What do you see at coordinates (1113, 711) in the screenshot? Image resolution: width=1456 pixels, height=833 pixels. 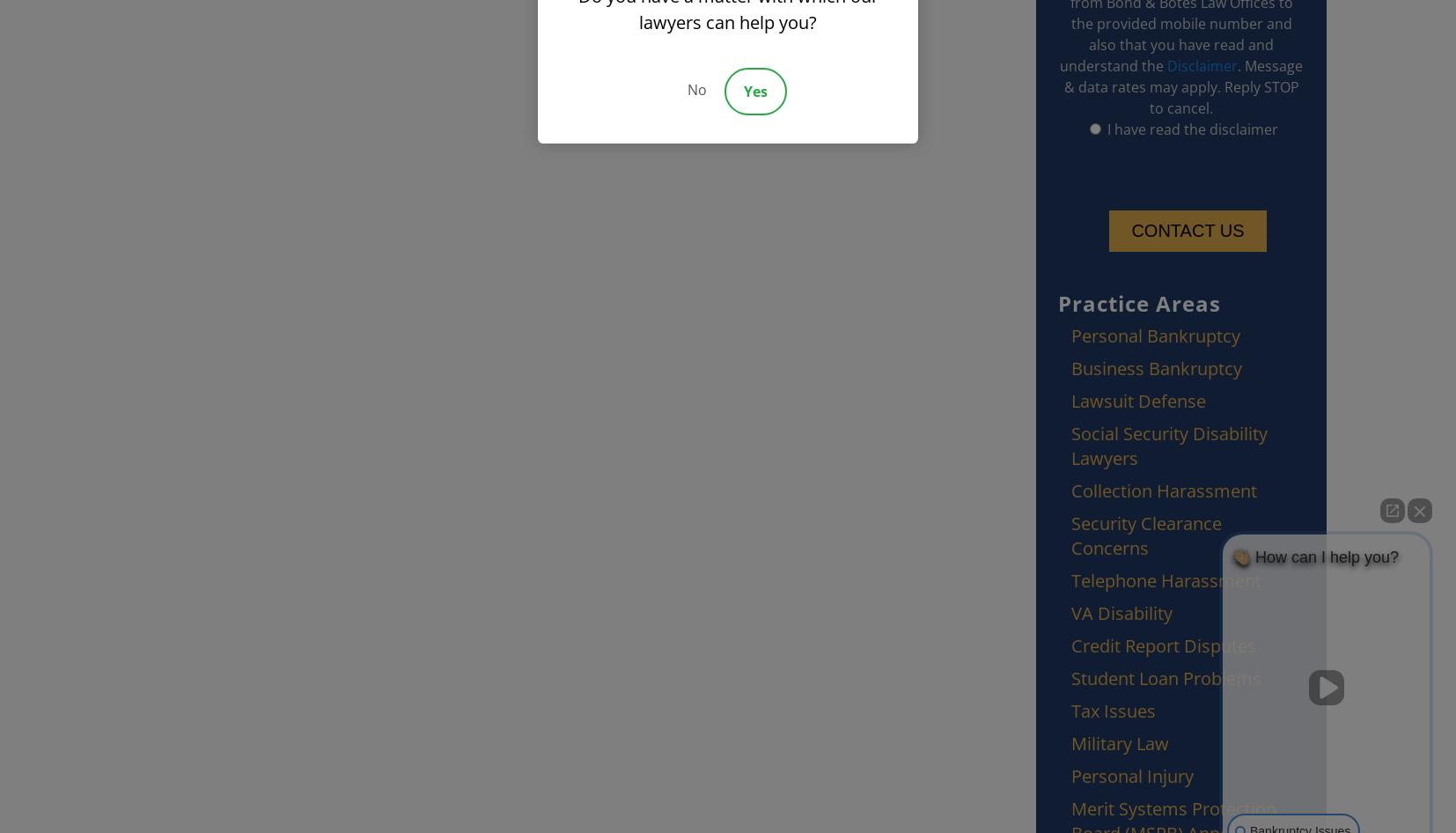 I see `'Tax Issues'` at bounding box center [1113, 711].